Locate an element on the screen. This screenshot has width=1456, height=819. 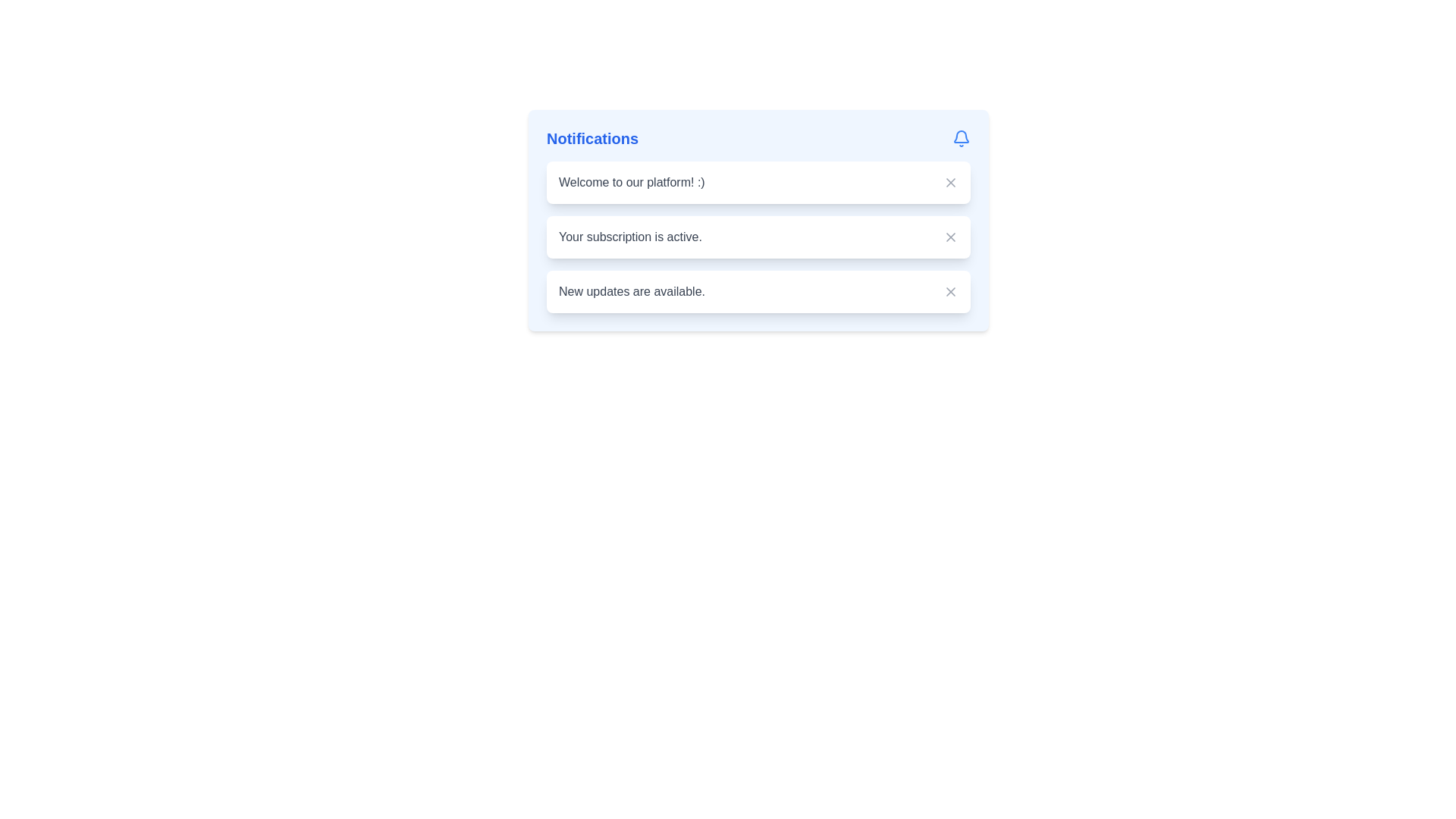
the Icon button in the top-right corner of the notification card that dismisses the notification when clicked is located at coordinates (949, 181).